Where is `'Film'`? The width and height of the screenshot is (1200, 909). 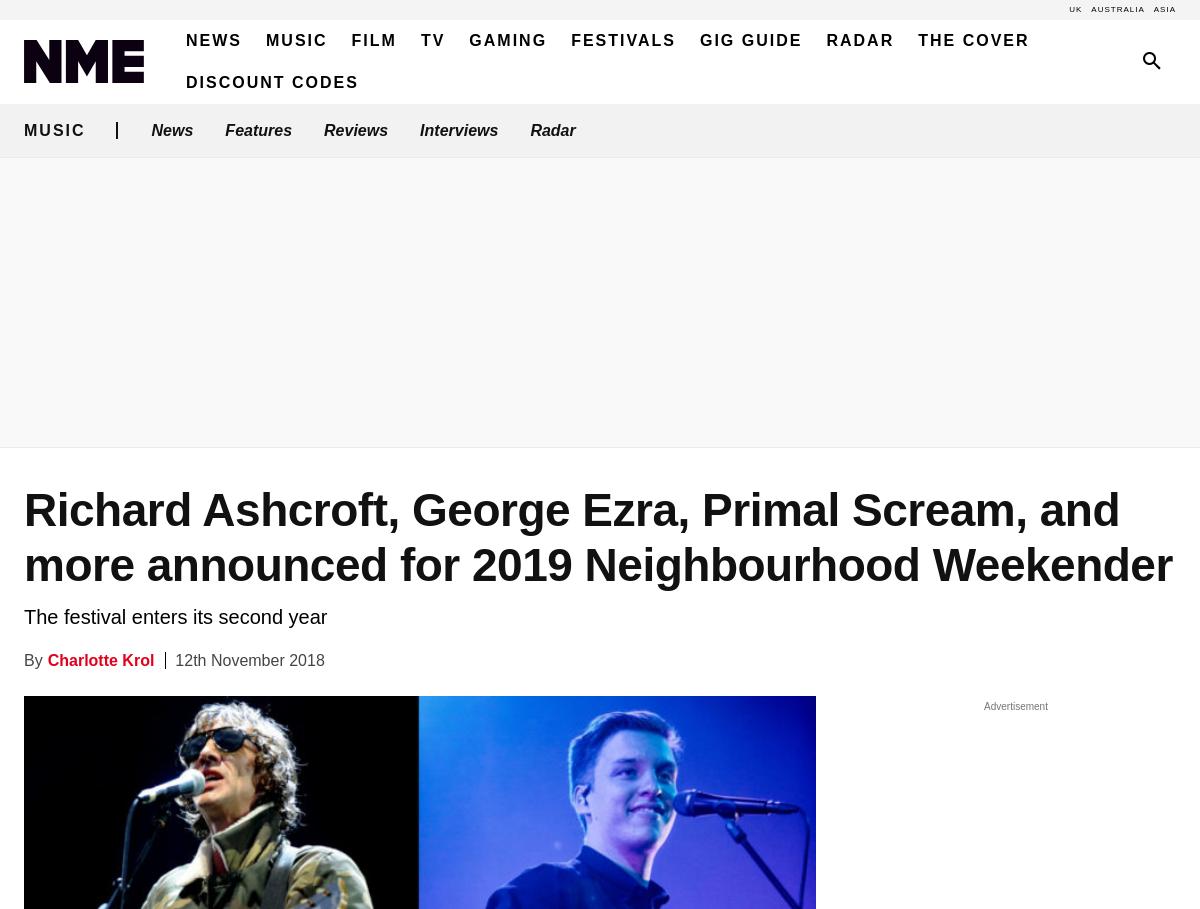
'Film' is located at coordinates (373, 40).